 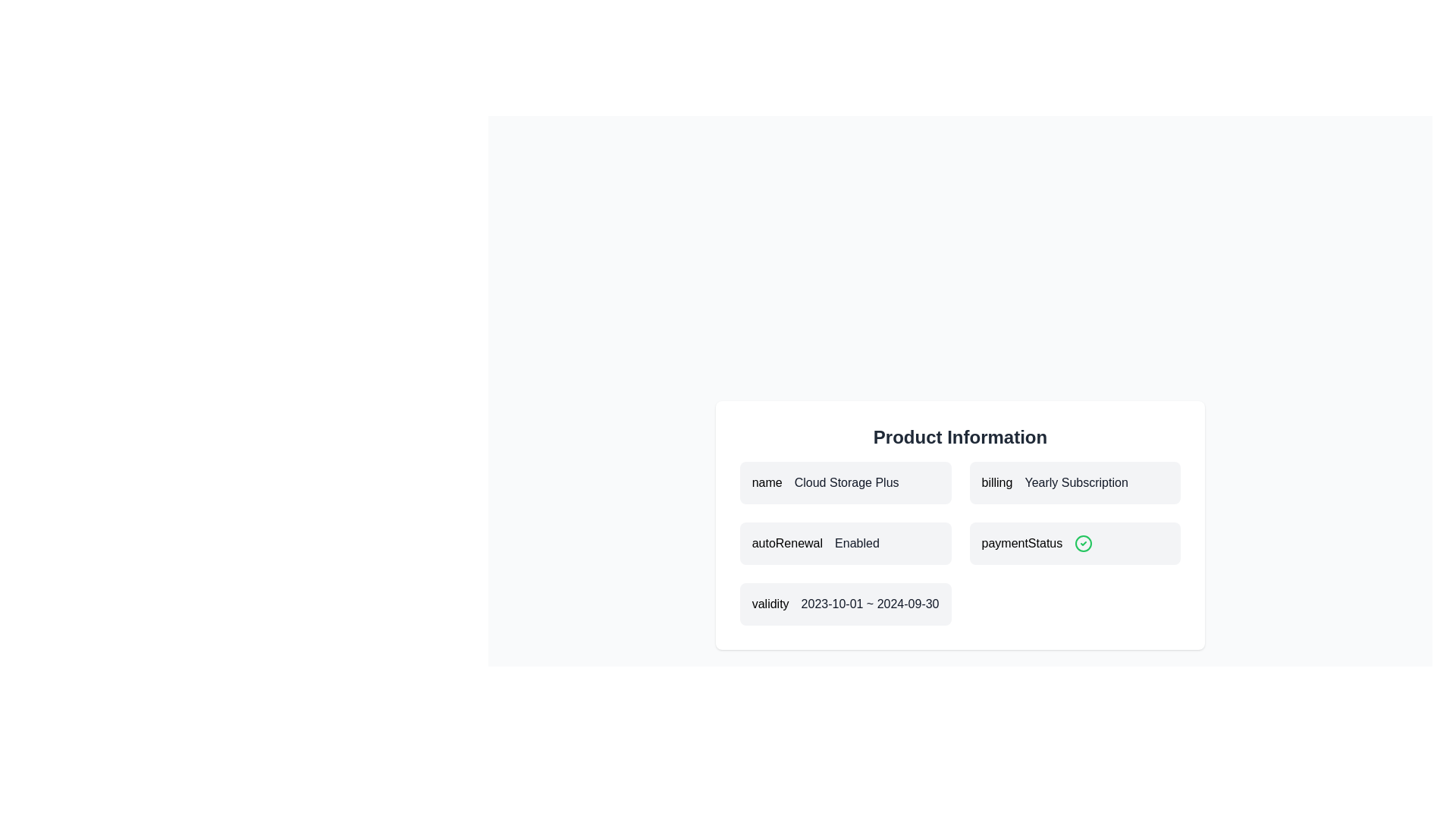 What do you see at coordinates (770, 604) in the screenshot?
I see `the Text Label that describes the validity period located at the bottom-left corner of the 'Product Information' card` at bounding box center [770, 604].